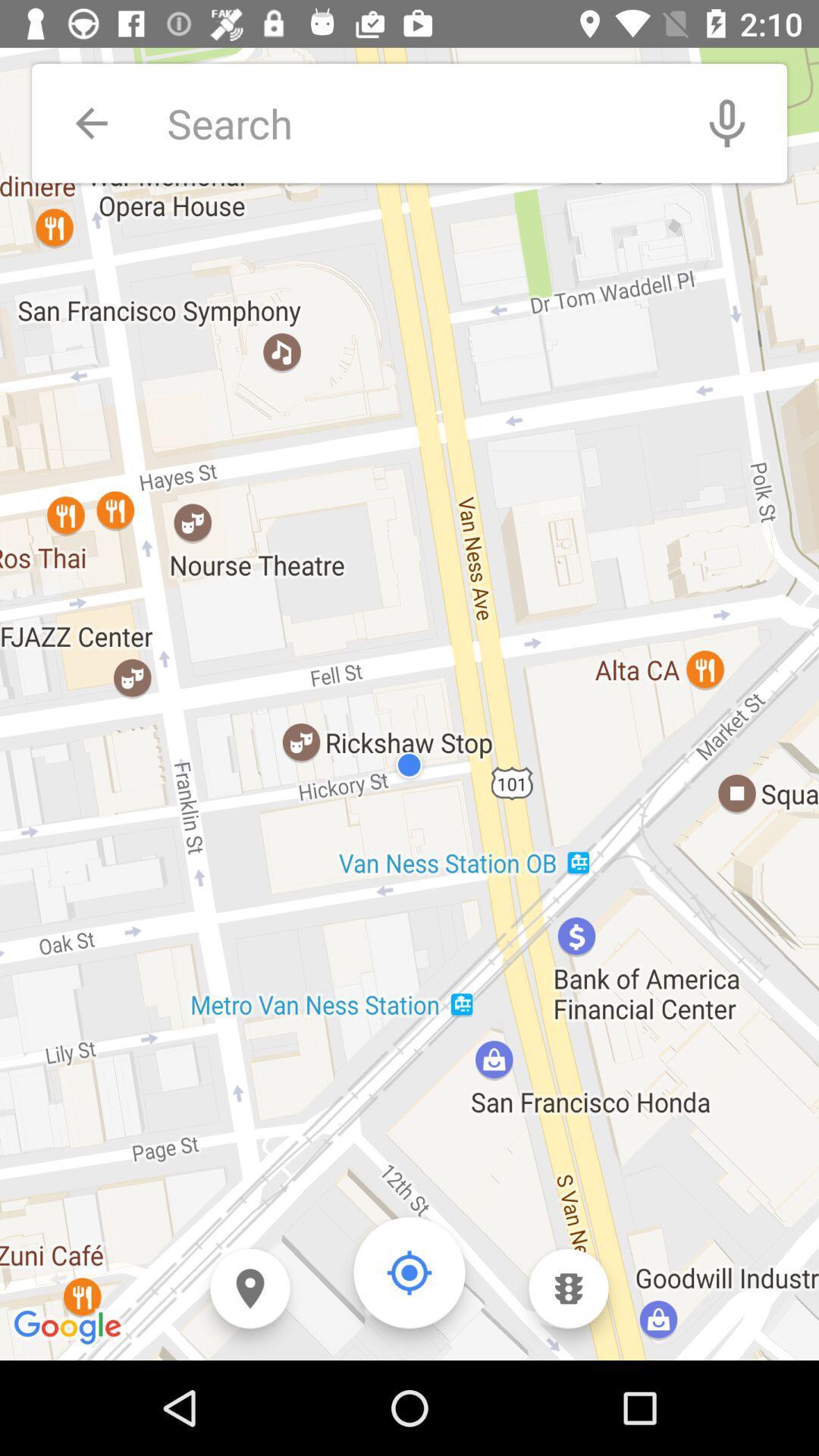 The width and height of the screenshot is (819, 1456). What do you see at coordinates (409, 1272) in the screenshot?
I see `location` at bounding box center [409, 1272].